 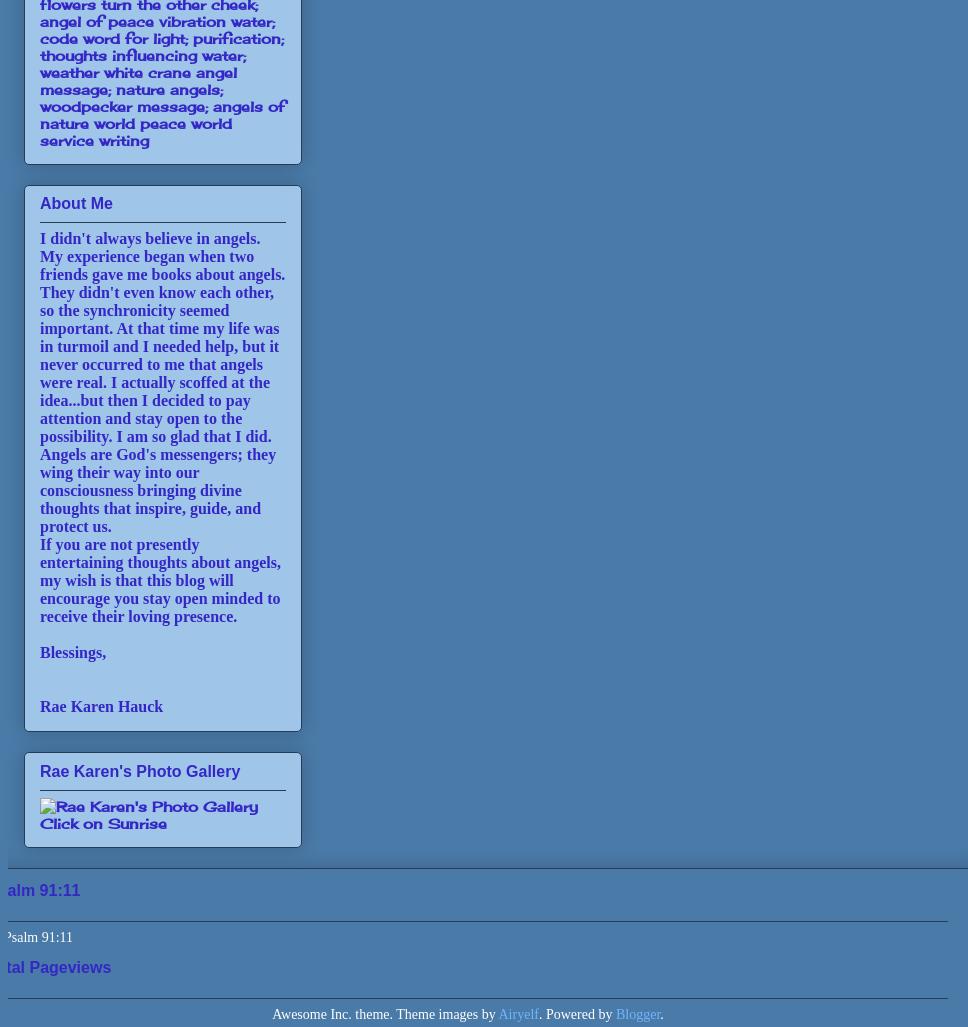 I want to click on '. Powered by', so click(x=576, y=1012).